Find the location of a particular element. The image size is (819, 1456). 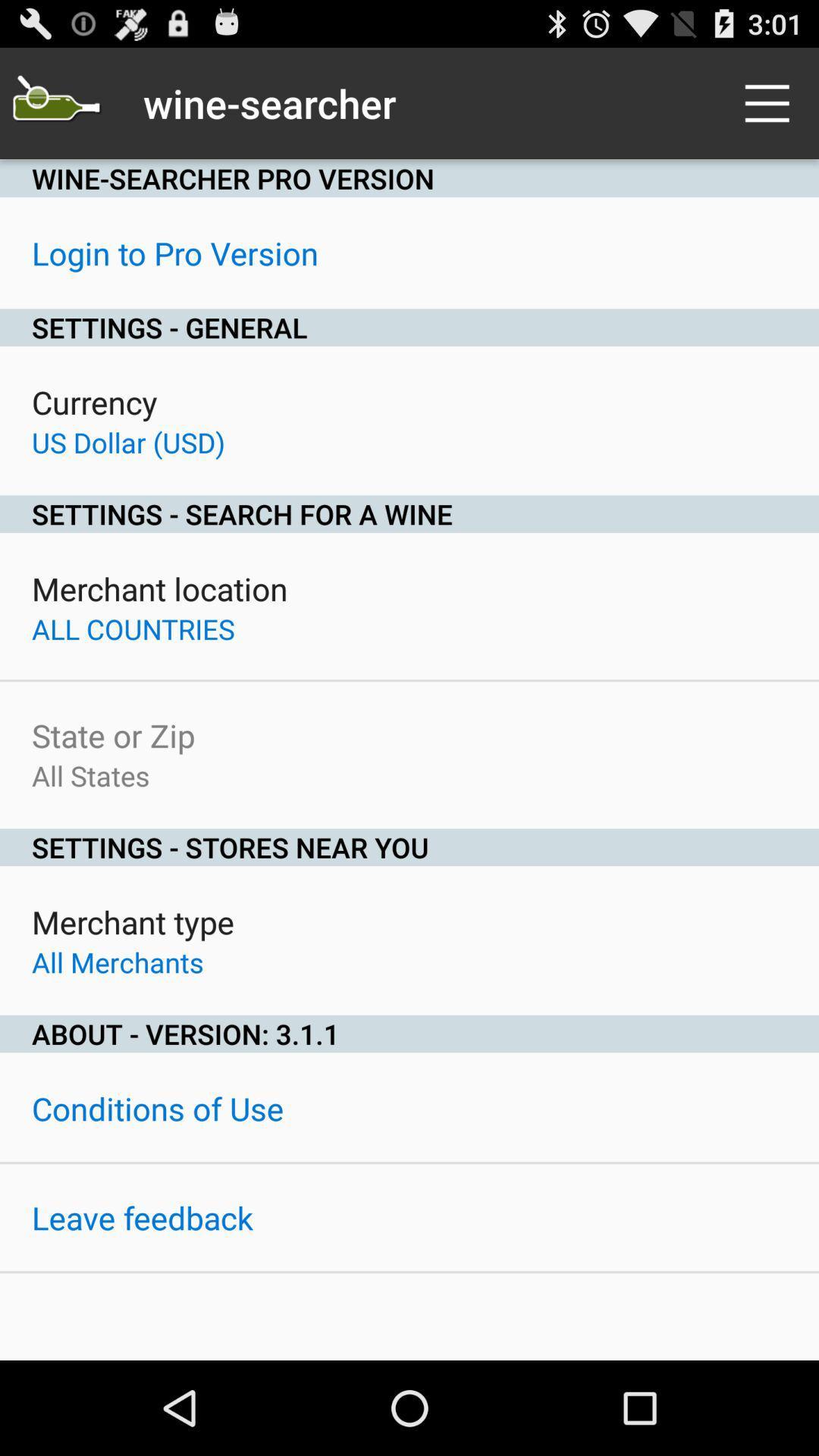

item above wine searcher pro is located at coordinates (55, 102).